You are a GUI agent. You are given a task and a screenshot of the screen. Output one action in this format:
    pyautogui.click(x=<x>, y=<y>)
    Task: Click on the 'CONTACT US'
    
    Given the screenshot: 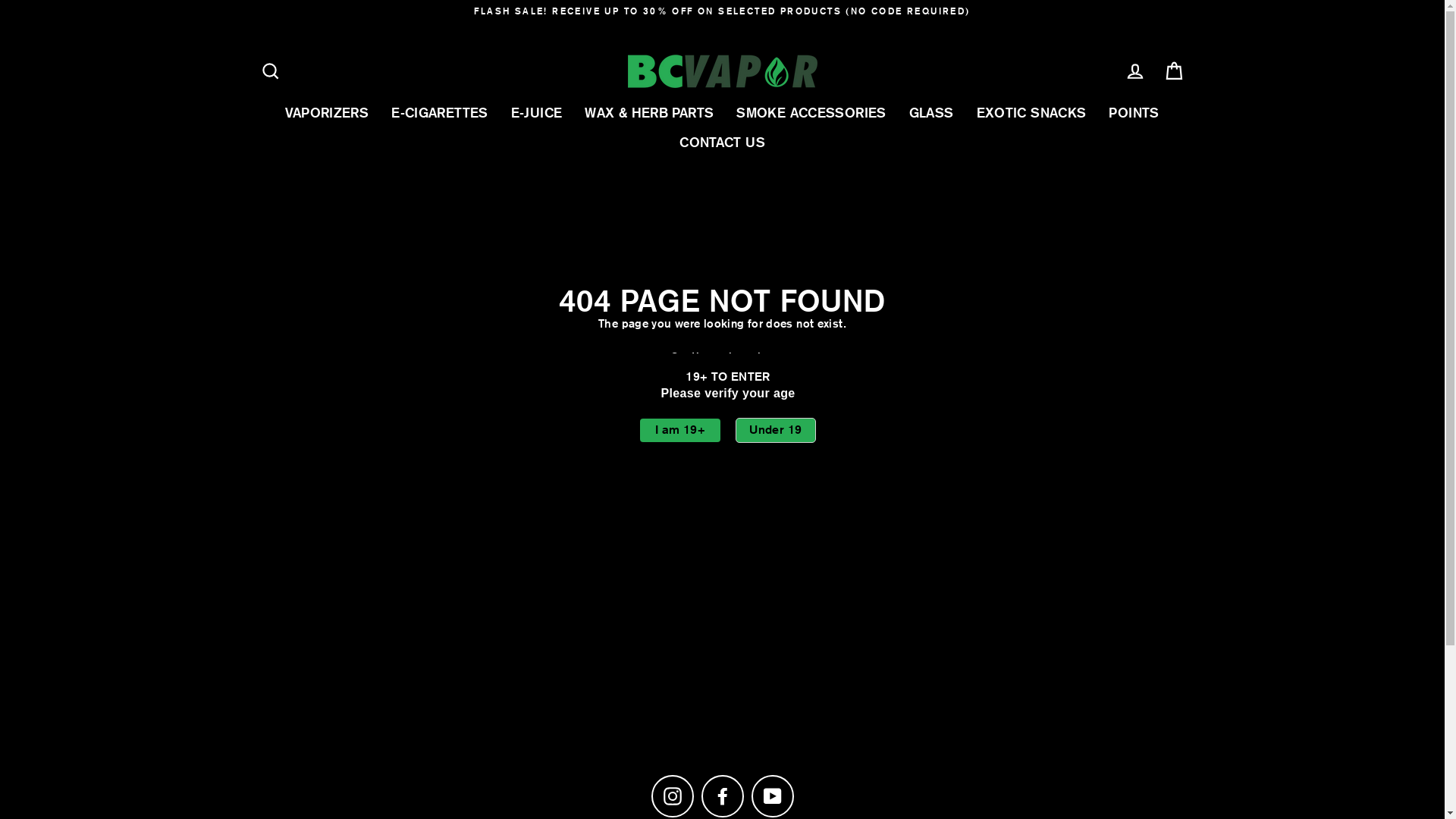 What is the action you would take?
    pyautogui.click(x=721, y=142)
    